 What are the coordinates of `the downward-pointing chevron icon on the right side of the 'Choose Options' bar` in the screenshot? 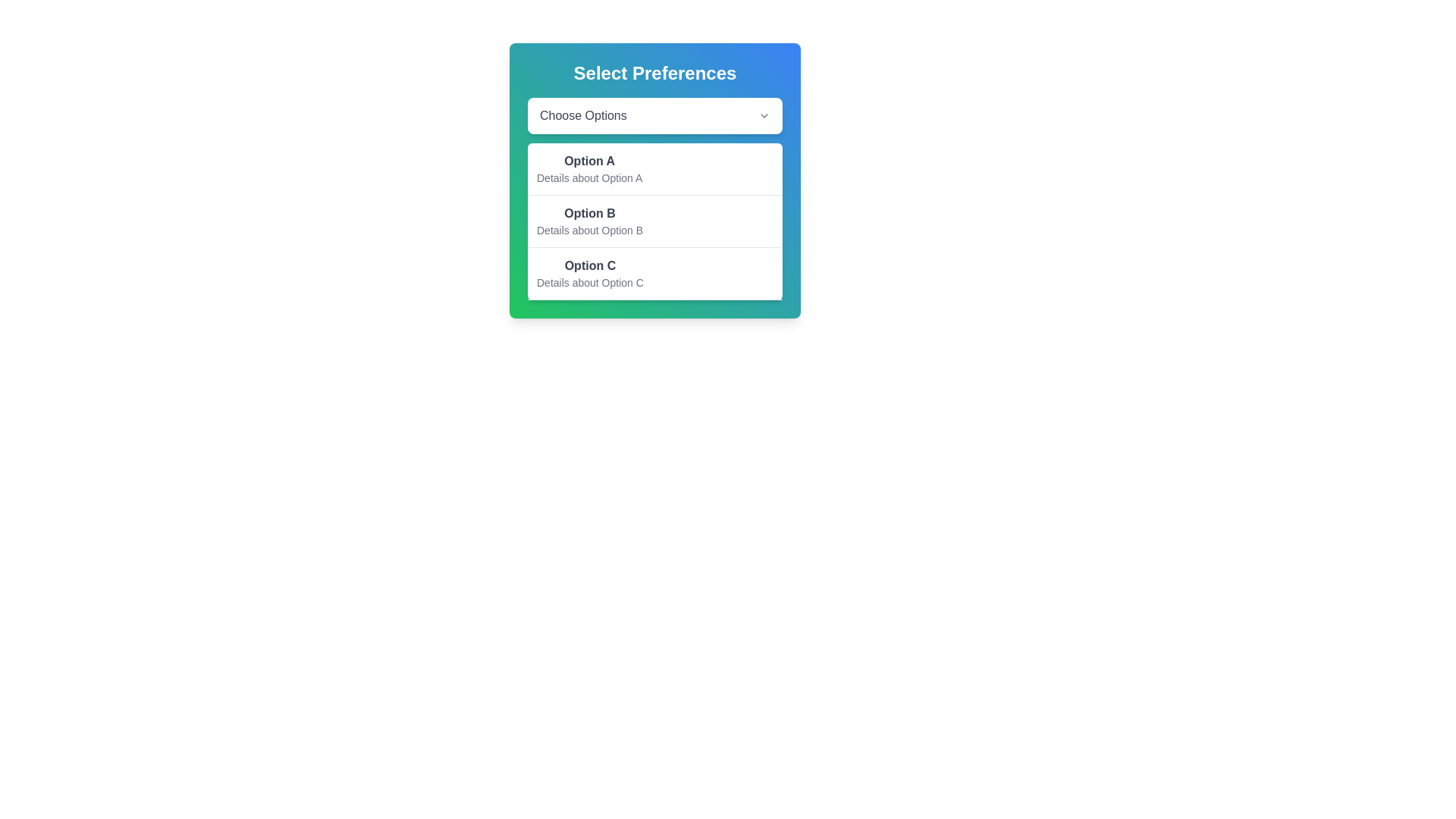 It's located at (764, 115).